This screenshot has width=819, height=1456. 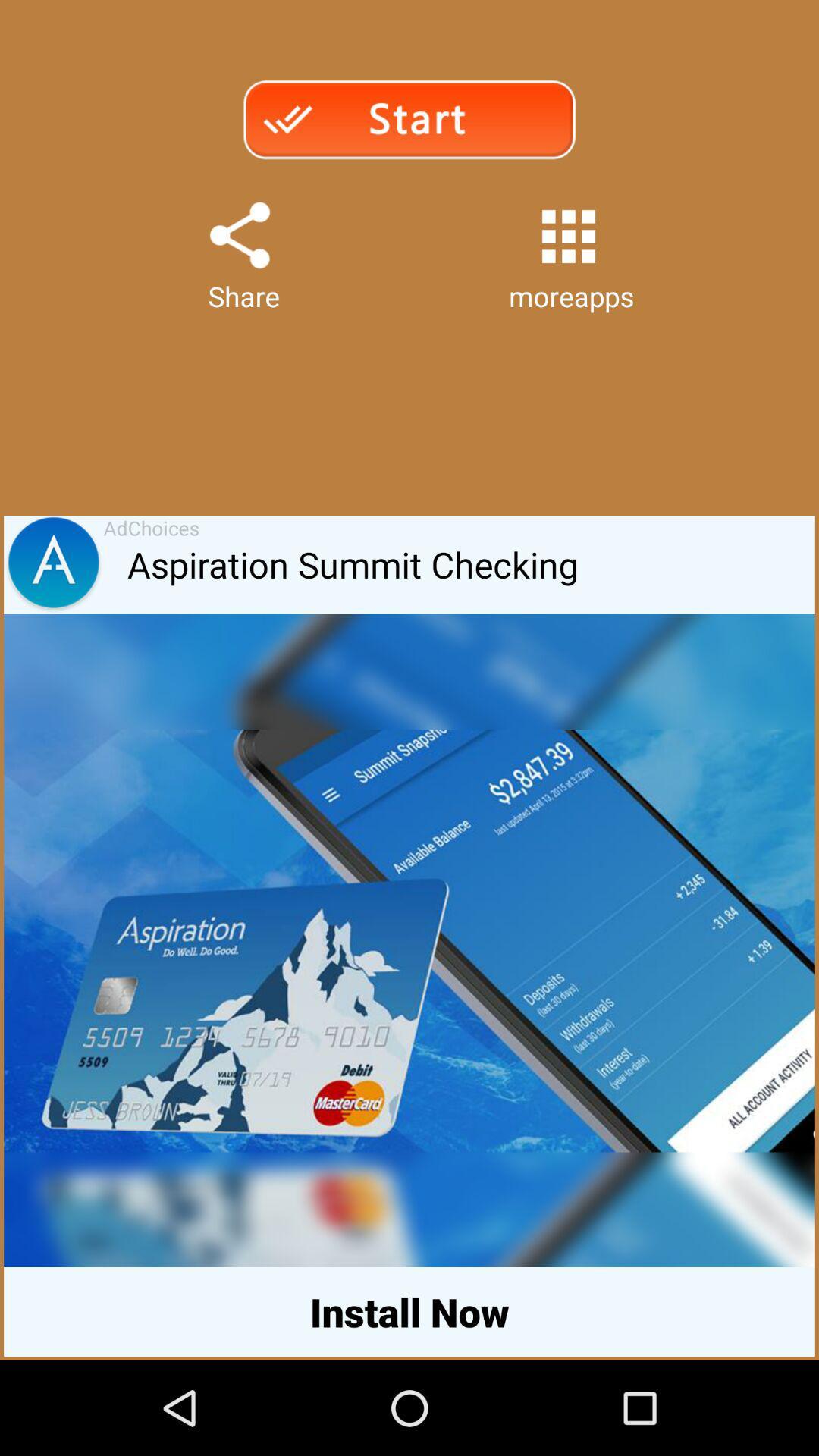 What do you see at coordinates (52, 564) in the screenshot?
I see `the item next to the adchoices item` at bounding box center [52, 564].